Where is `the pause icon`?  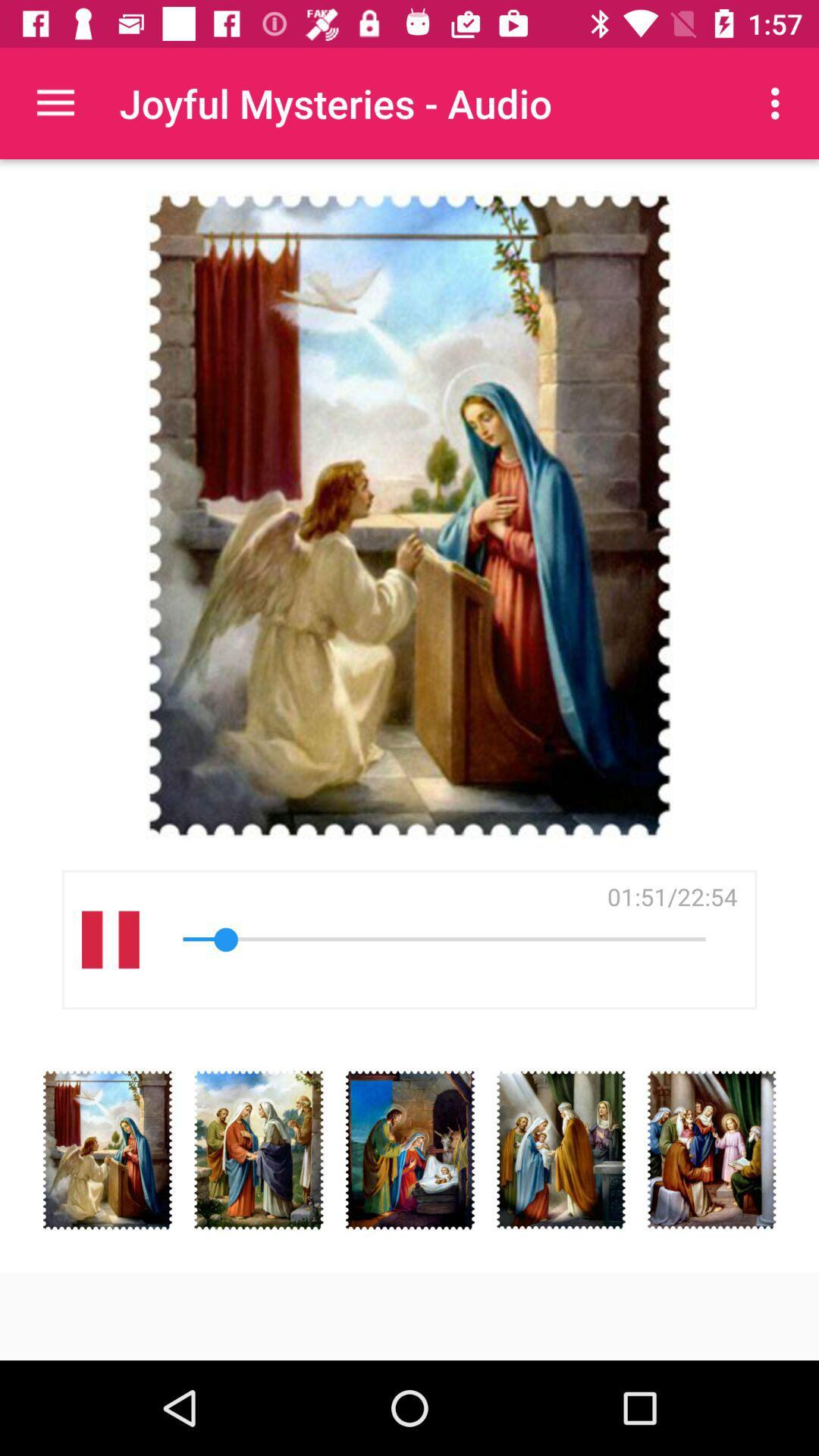
the pause icon is located at coordinates (109, 939).